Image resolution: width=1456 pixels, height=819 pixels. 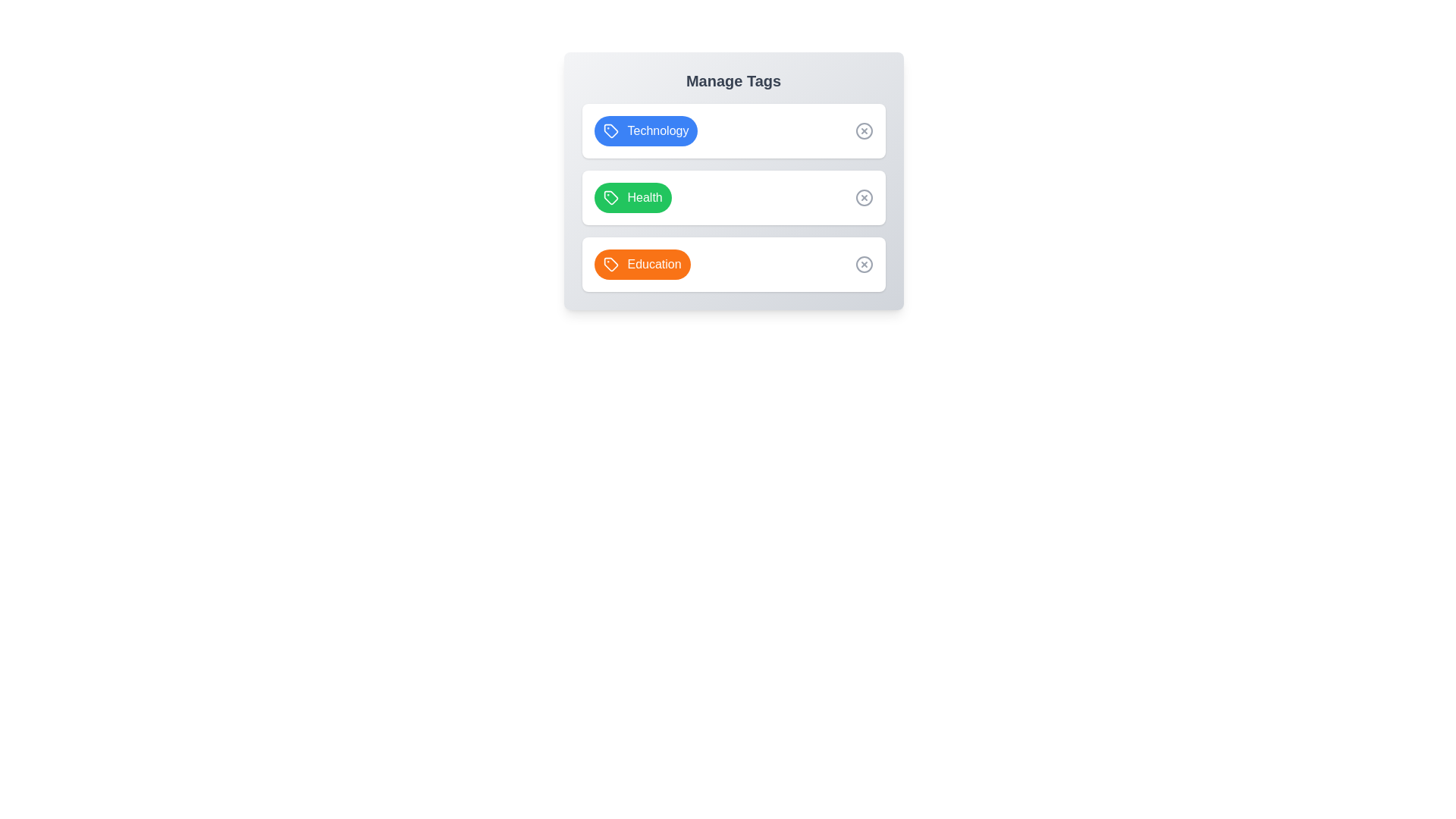 What do you see at coordinates (864, 130) in the screenshot?
I see `the close button of the 'Technology' tag to view its hover effect` at bounding box center [864, 130].